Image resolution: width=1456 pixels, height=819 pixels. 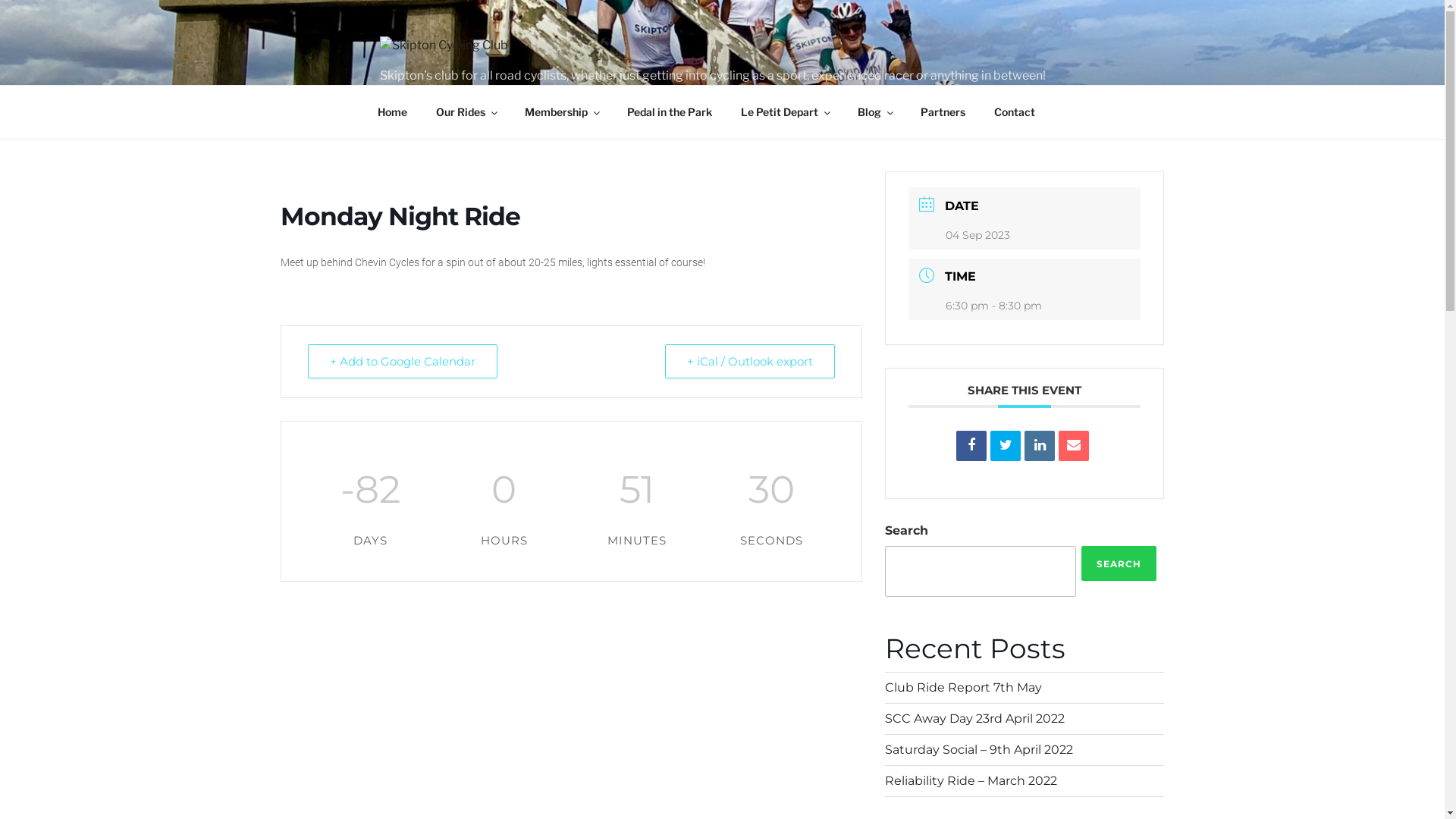 What do you see at coordinates (560, 111) in the screenshot?
I see `'Membership'` at bounding box center [560, 111].